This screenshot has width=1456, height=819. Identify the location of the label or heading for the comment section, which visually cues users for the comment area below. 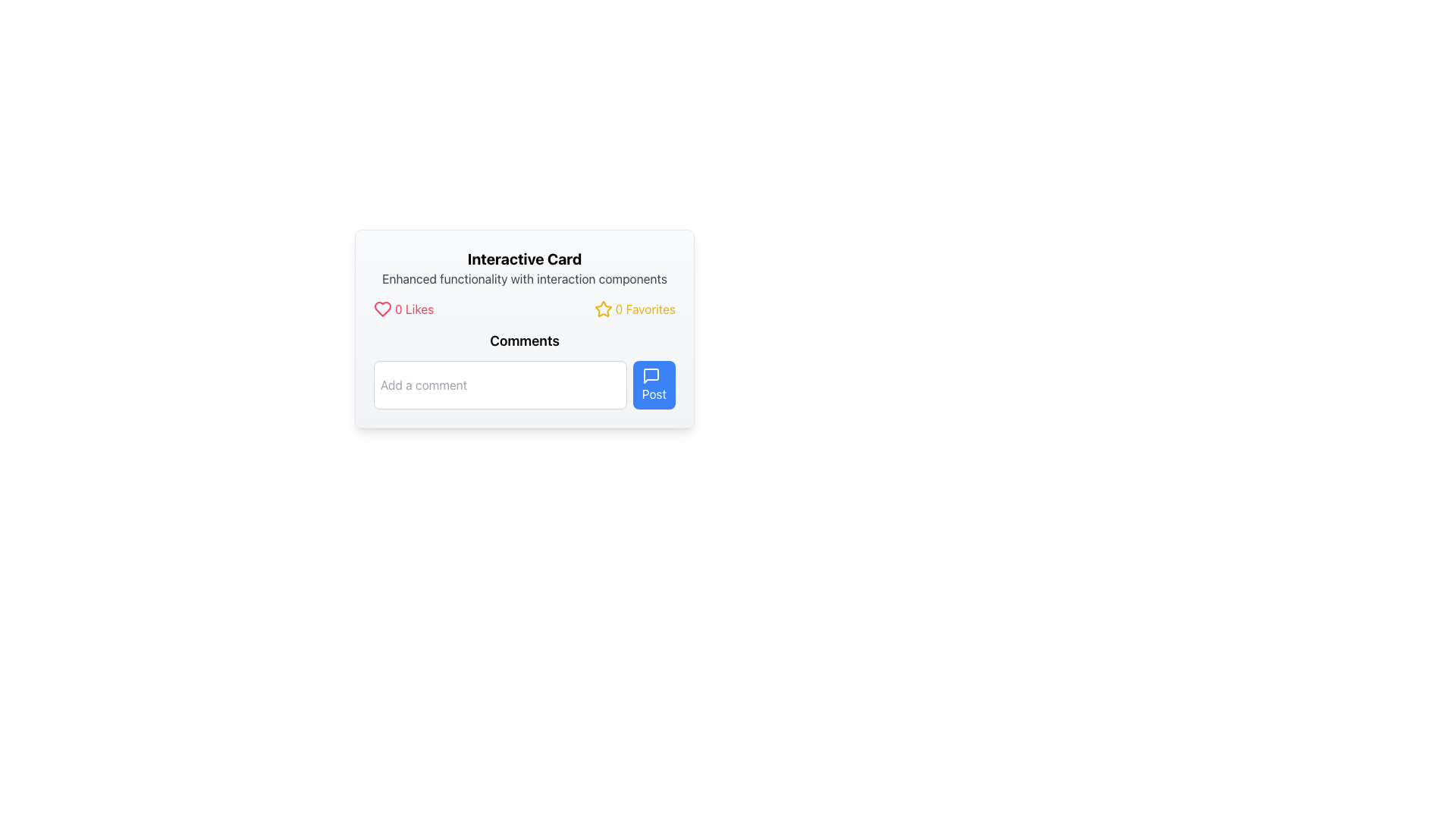
(524, 341).